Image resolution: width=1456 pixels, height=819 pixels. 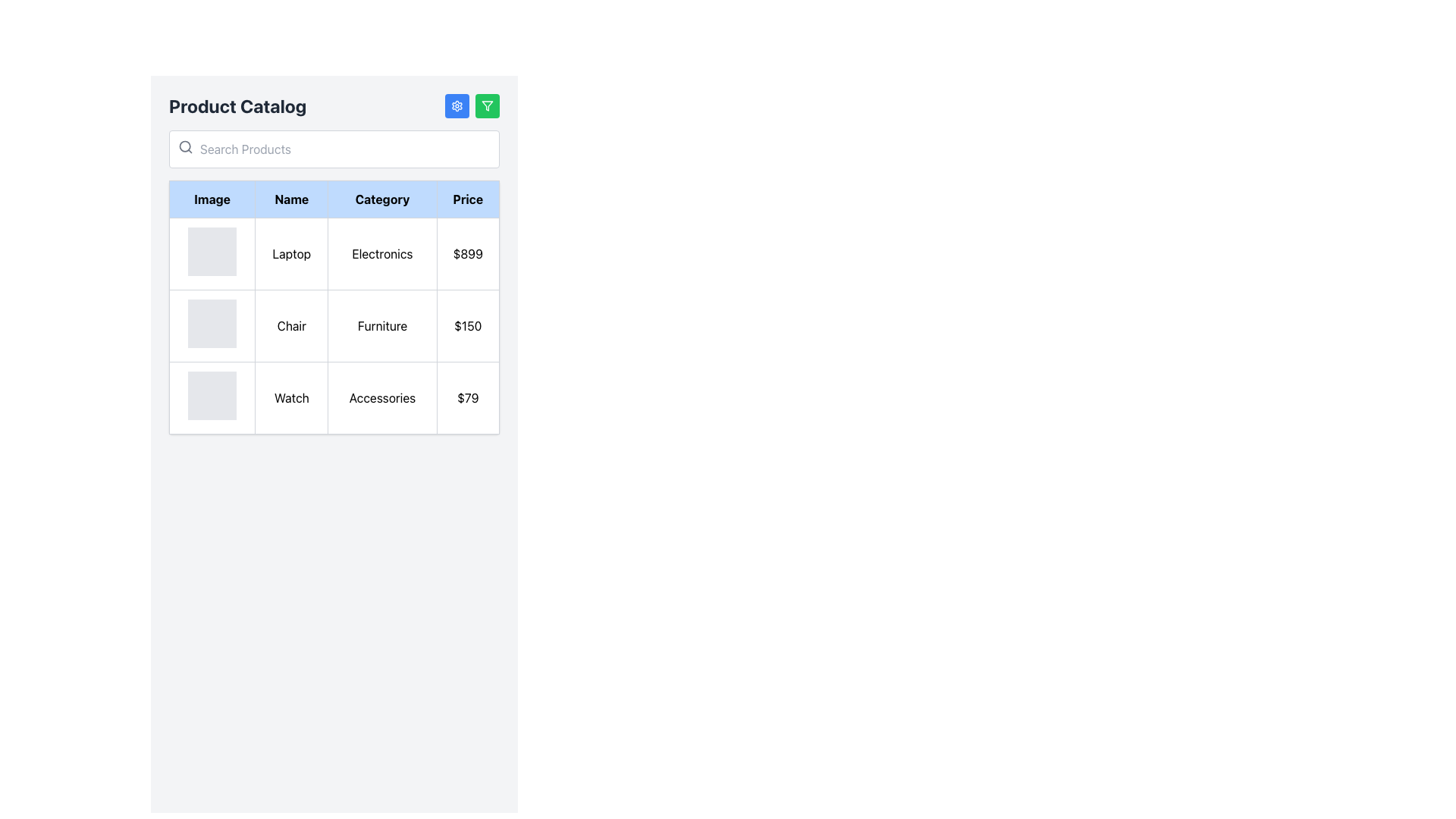 I want to click on the third column Table Header Cell in the table, which indicates the product categories and is located between the 'Name' and 'Price' columns, so click(x=382, y=198).